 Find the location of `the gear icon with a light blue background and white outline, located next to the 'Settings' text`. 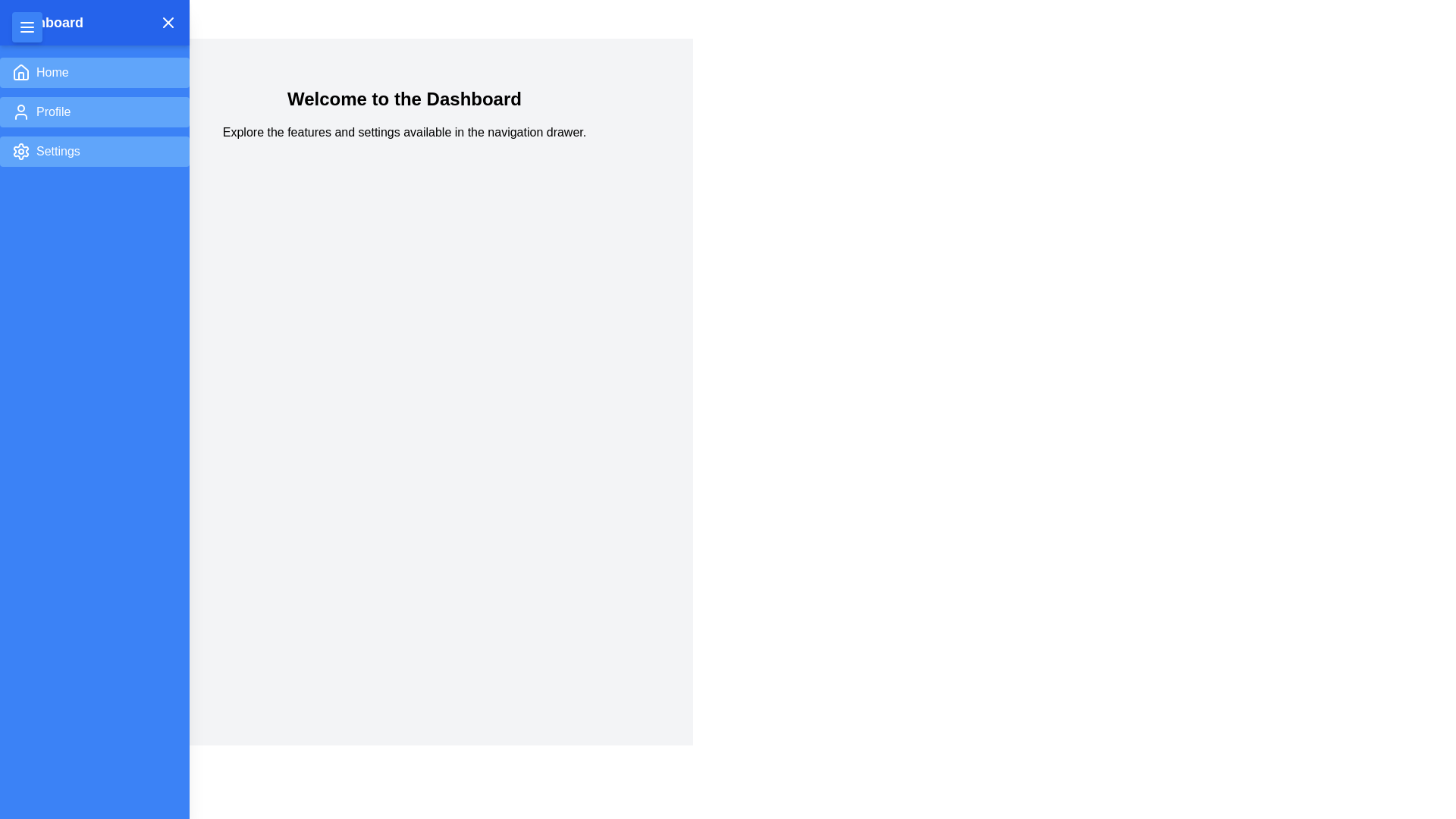

the gear icon with a light blue background and white outline, located next to the 'Settings' text is located at coordinates (21, 152).